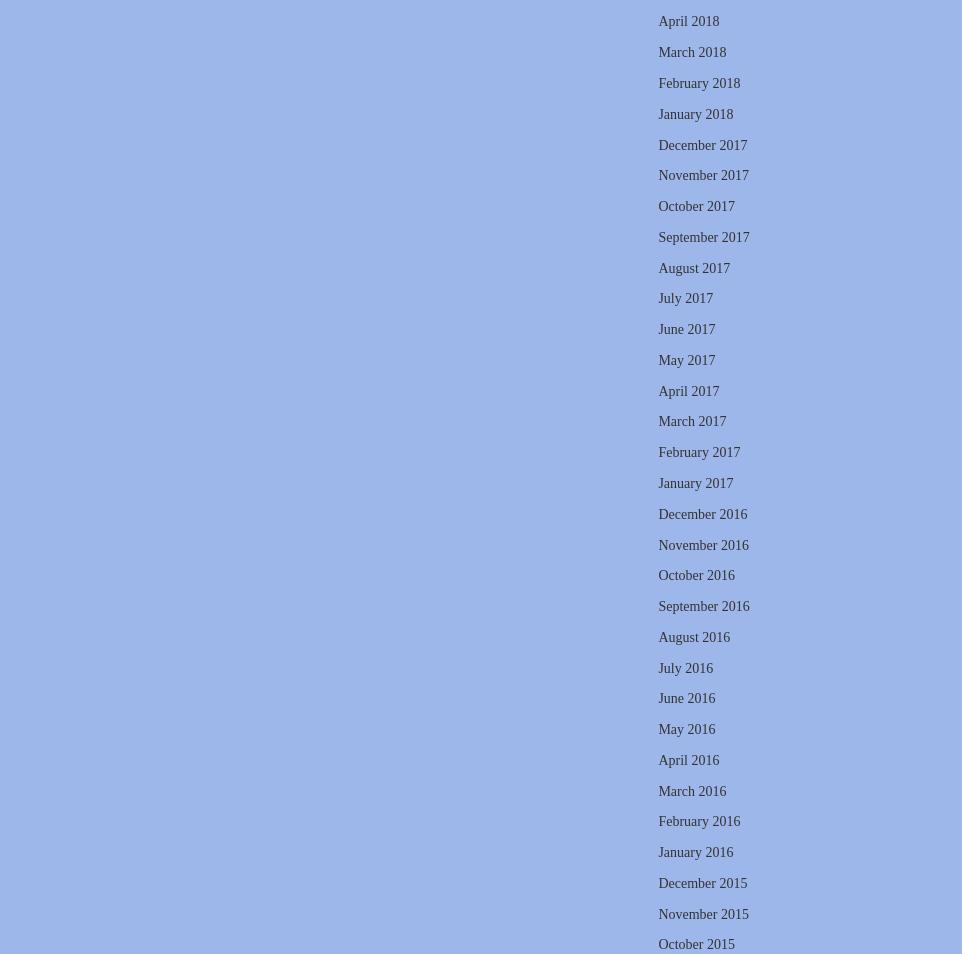  Describe the element at coordinates (690, 51) in the screenshot. I see `'March 2018'` at that location.